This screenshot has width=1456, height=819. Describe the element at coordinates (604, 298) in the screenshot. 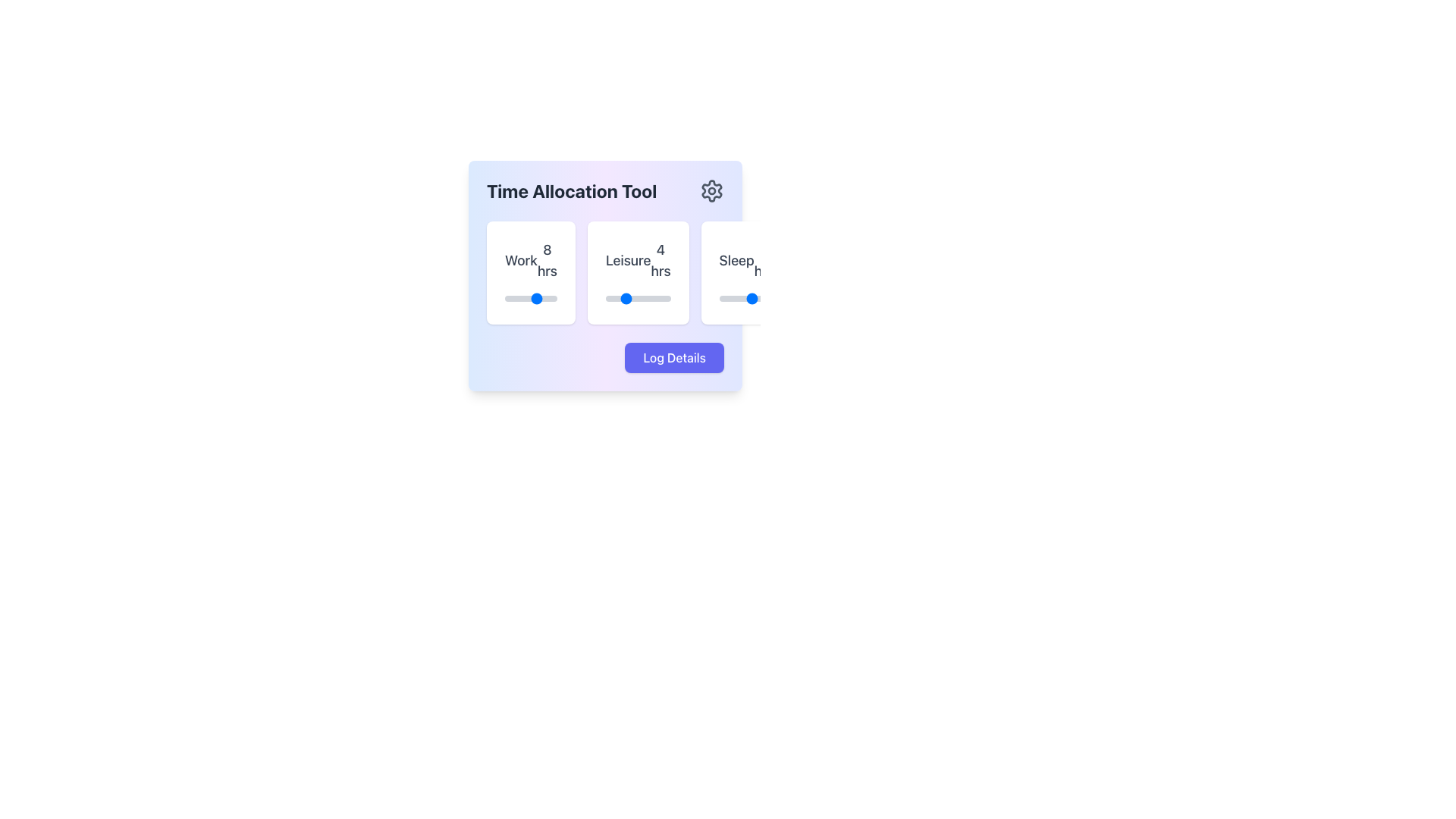

I see `the leisure time slider` at that location.